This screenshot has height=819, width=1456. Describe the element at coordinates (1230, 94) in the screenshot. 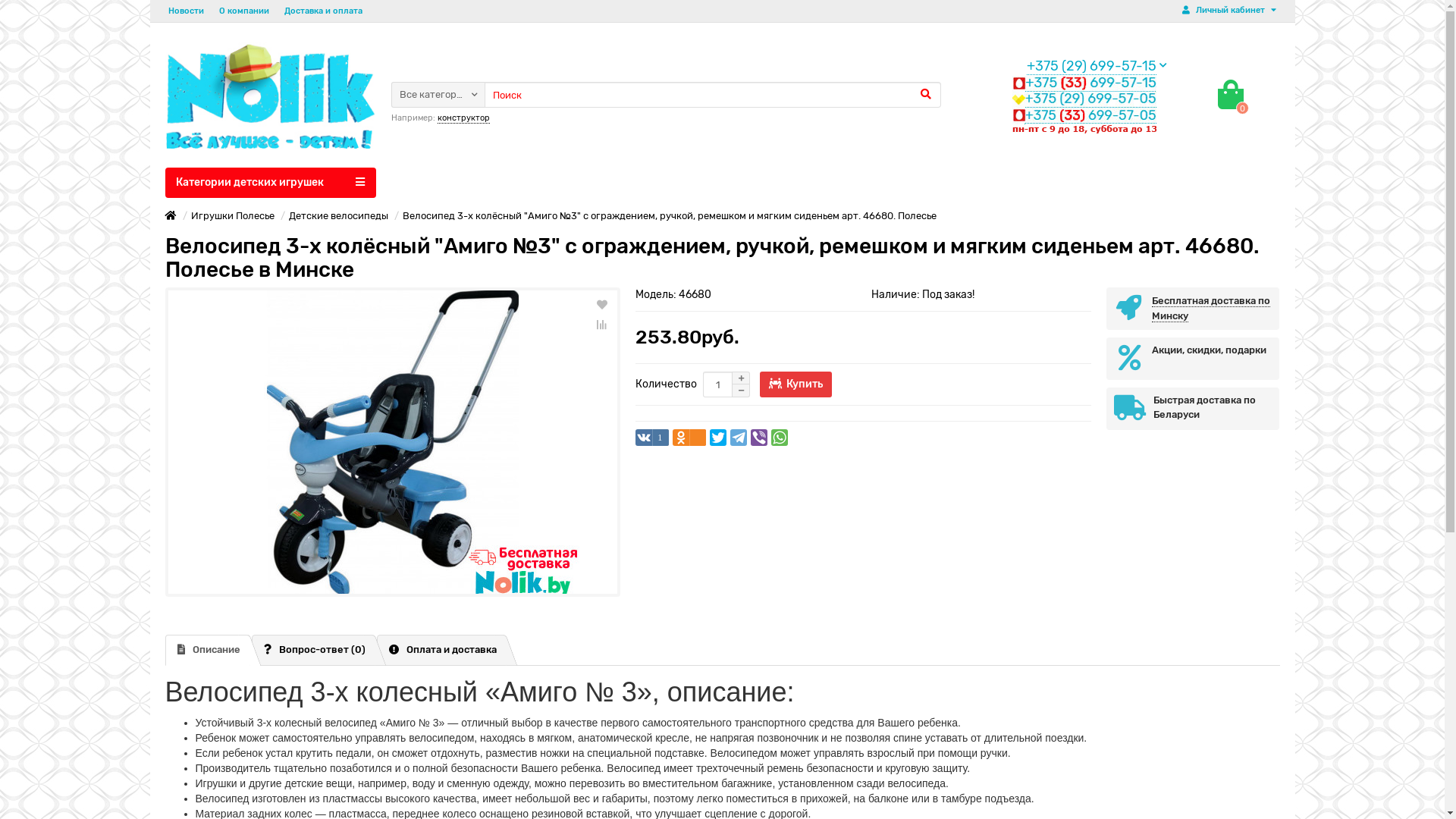

I see `'0'` at that location.